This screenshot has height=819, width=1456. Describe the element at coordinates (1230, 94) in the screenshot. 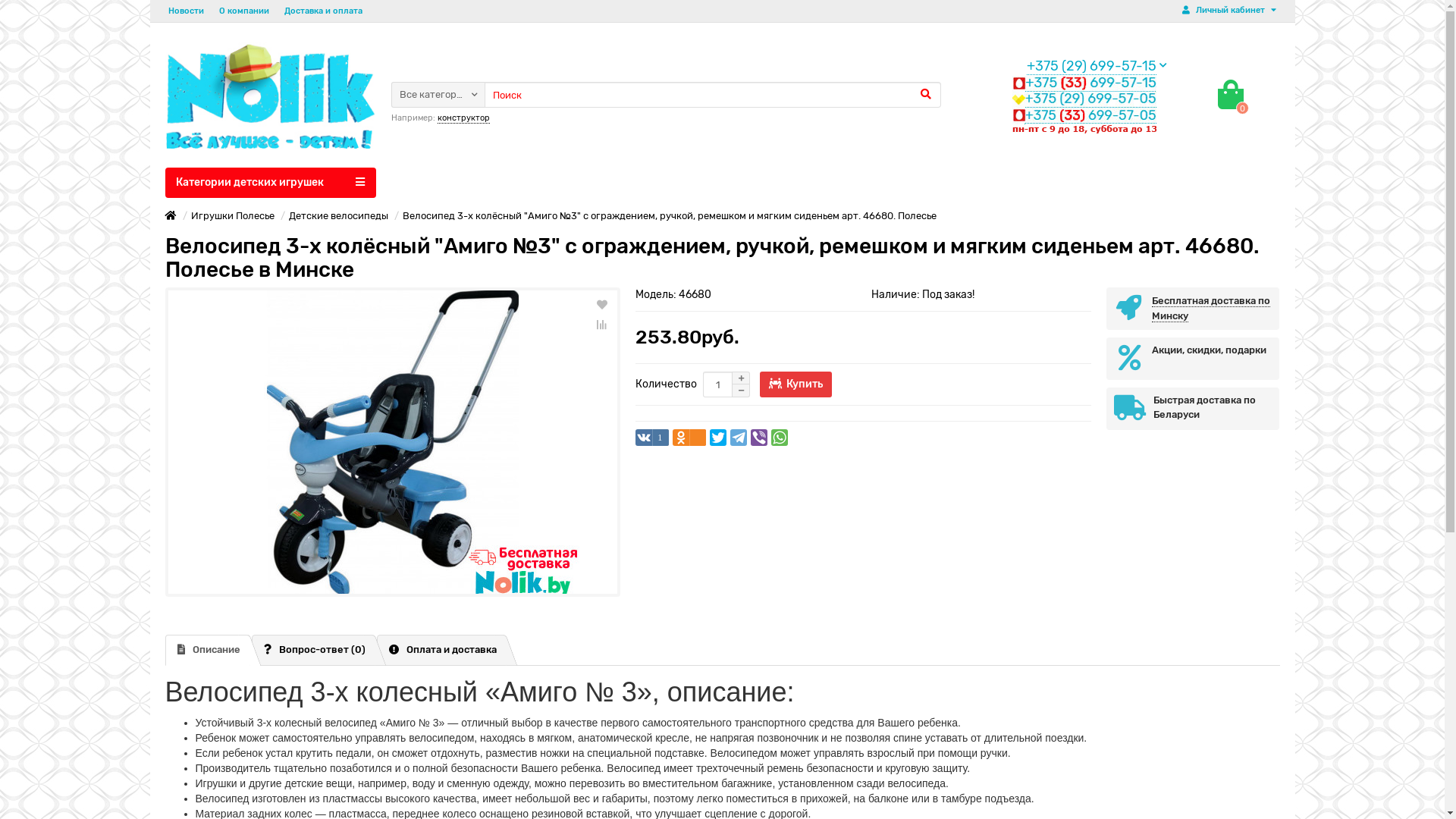

I see `'0'` at that location.